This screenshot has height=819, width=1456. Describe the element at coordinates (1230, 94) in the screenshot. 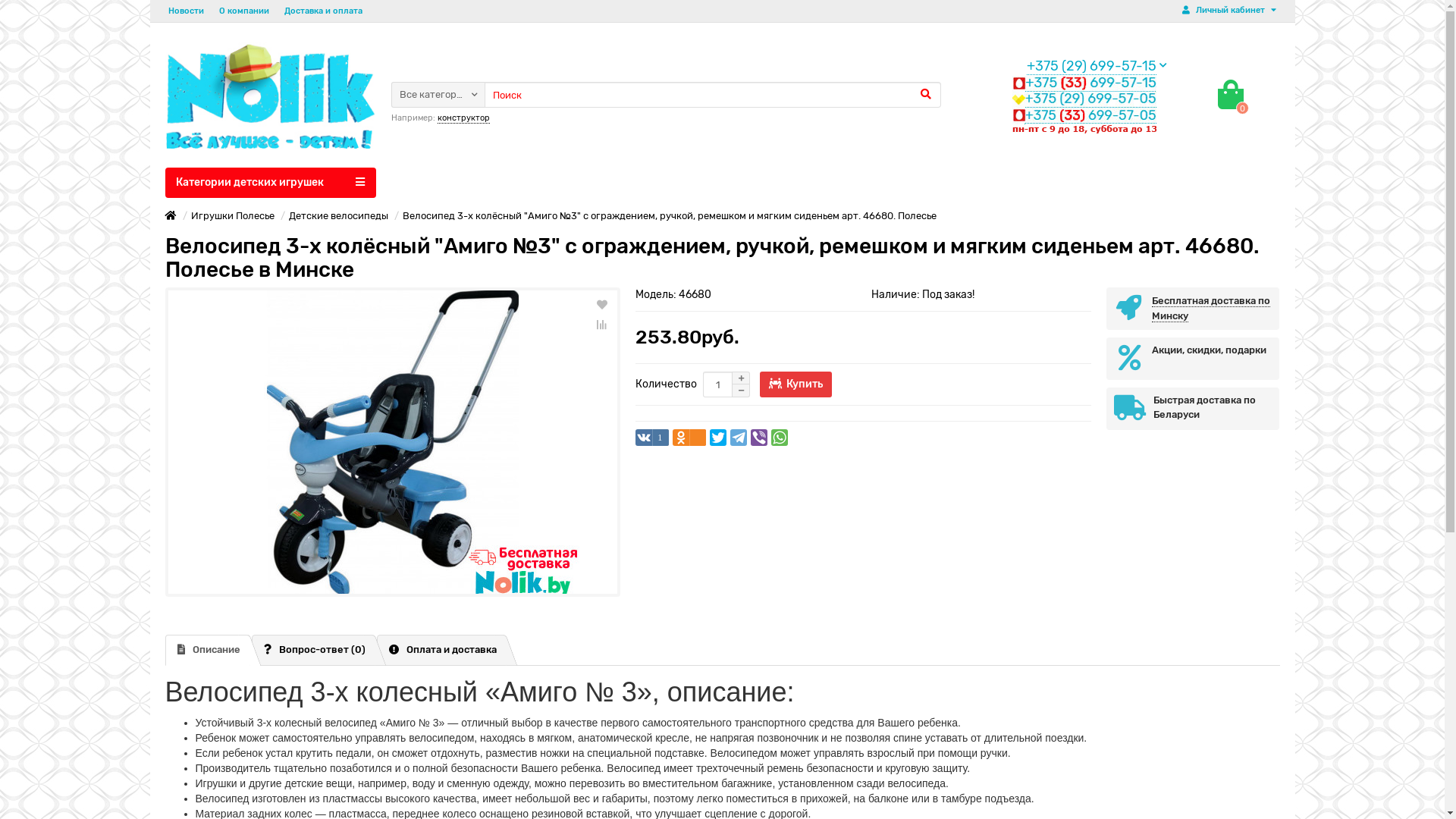

I see `'0'` at that location.